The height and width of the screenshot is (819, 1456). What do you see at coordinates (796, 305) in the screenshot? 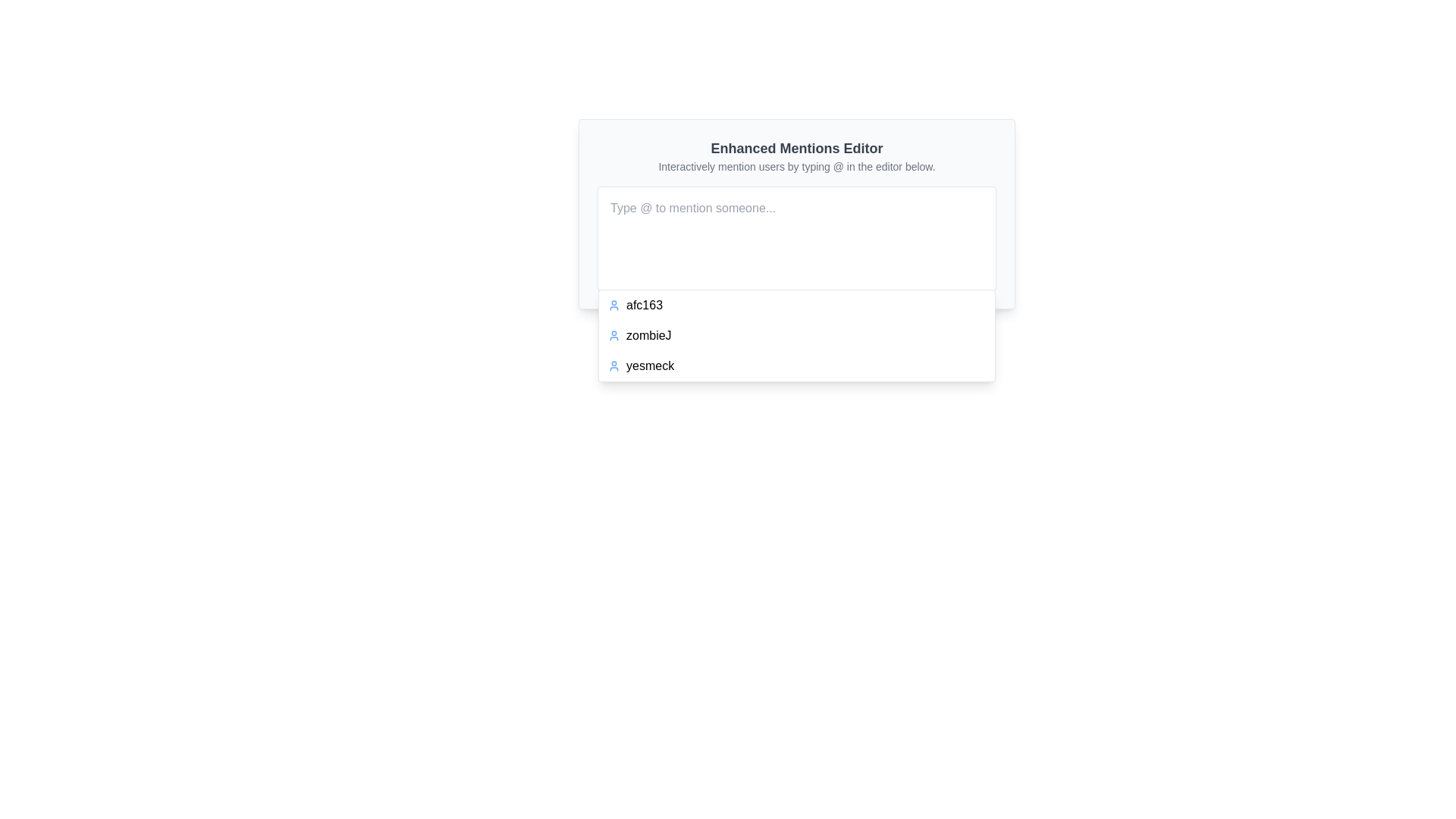
I see `the first entry in the dropdown menu that allows the user to select 'afc163'` at bounding box center [796, 305].